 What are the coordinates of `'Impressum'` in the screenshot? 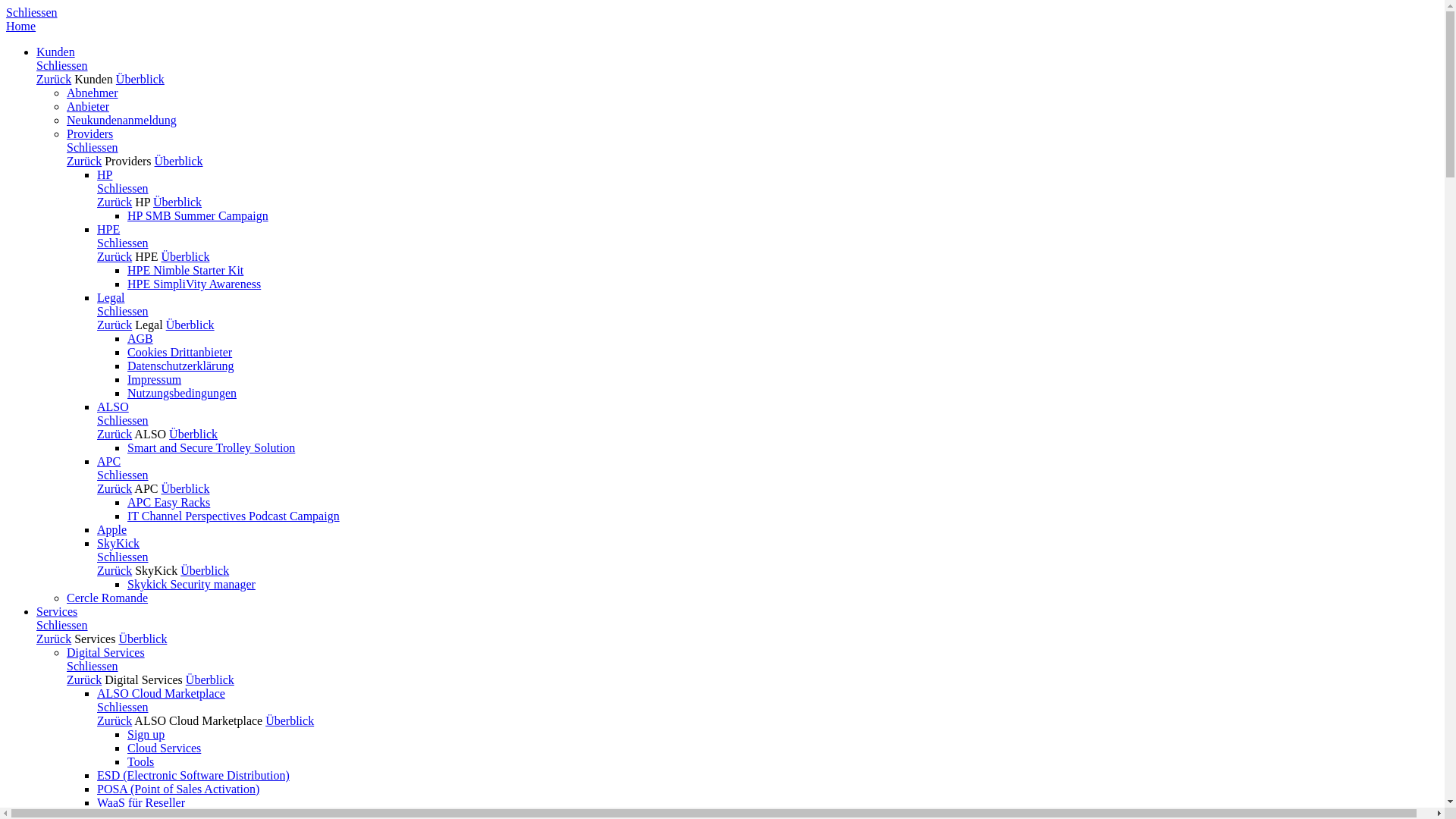 It's located at (154, 378).